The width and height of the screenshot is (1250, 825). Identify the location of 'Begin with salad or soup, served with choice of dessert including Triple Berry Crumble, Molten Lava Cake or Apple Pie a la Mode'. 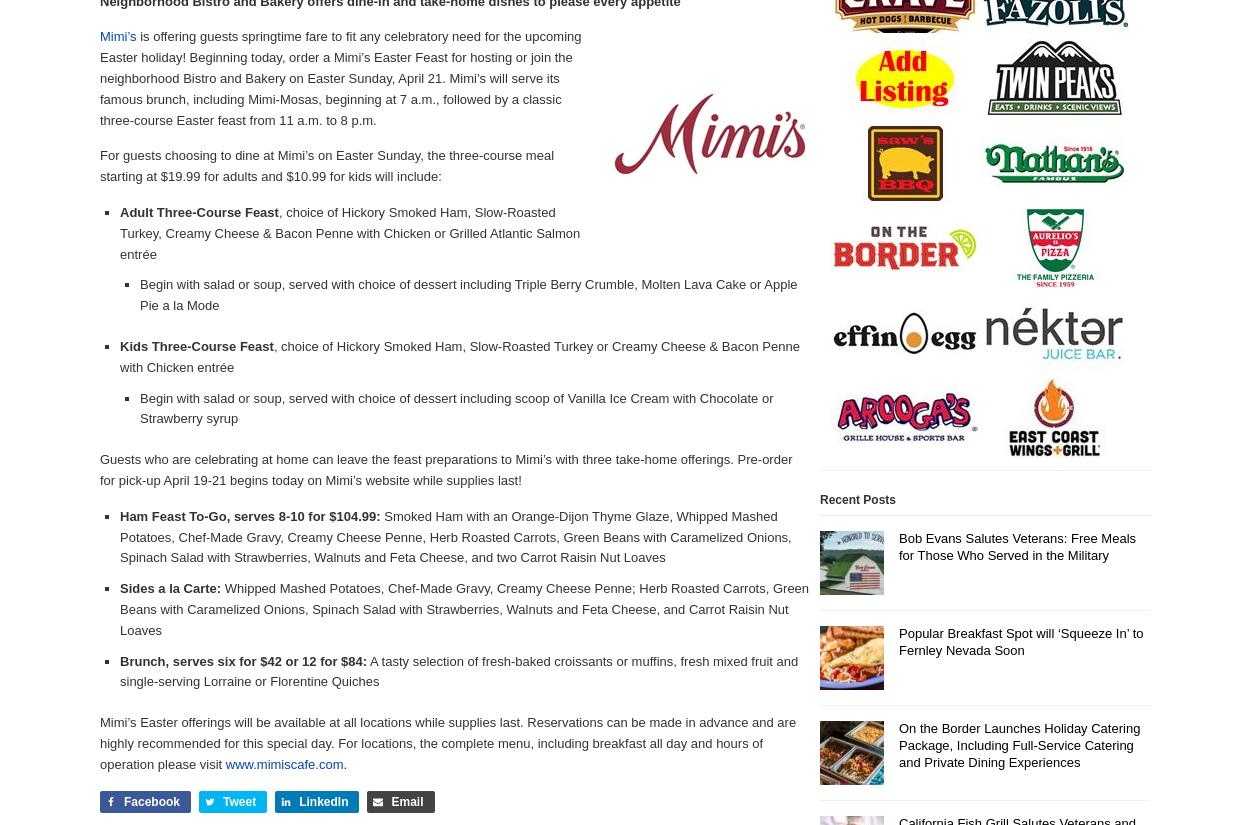
(140, 295).